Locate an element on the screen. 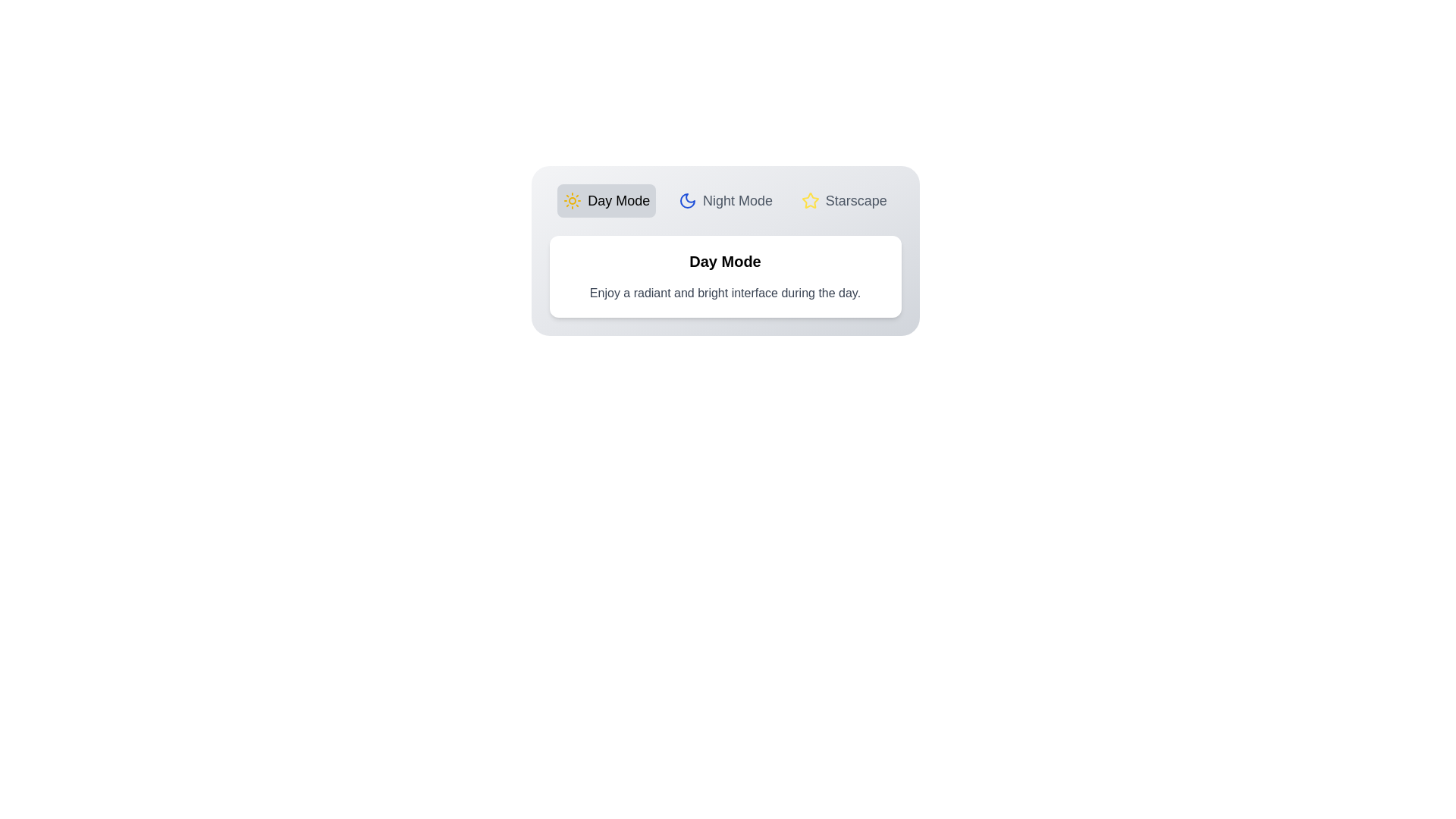  the tab corresponding to Starscape to view its content is located at coordinates (843, 200).